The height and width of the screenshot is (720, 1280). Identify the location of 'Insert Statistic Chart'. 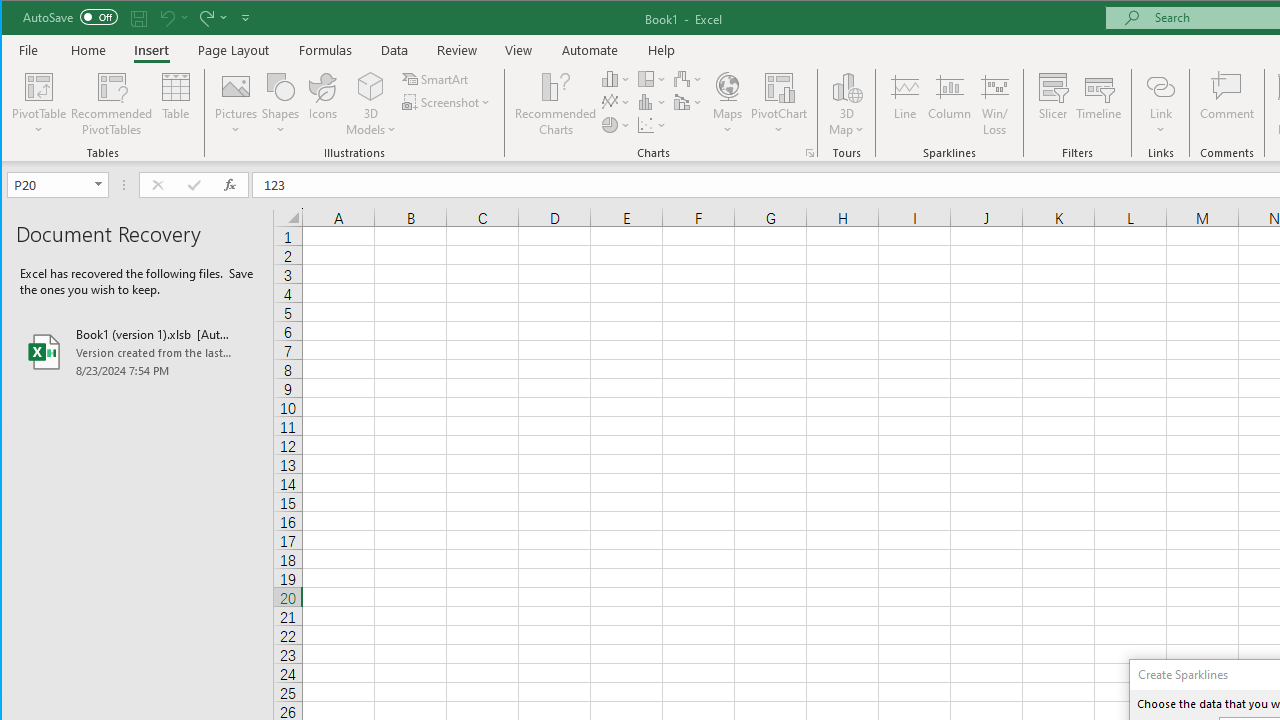
(652, 102).